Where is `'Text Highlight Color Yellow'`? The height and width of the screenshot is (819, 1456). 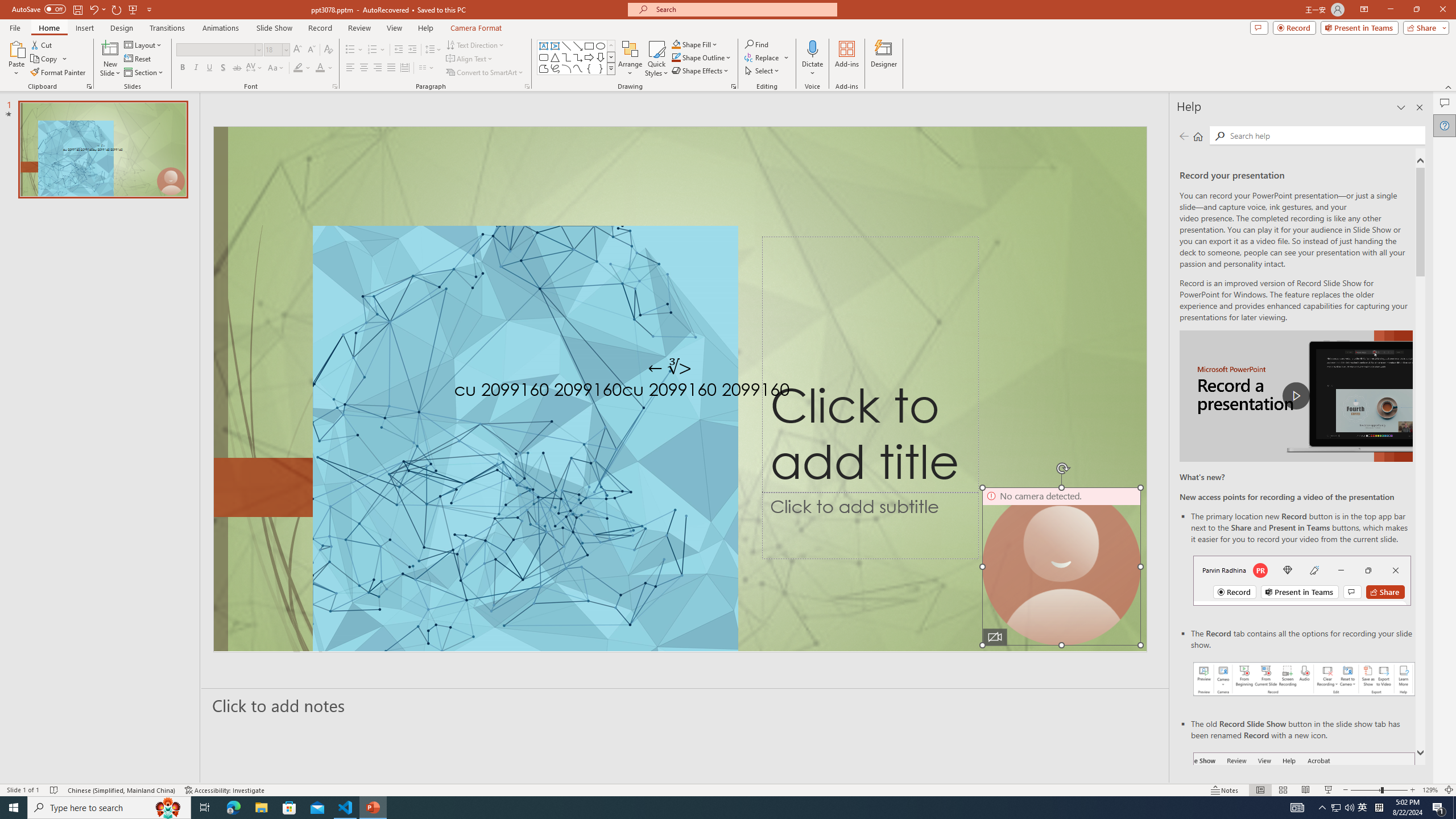
'Text Highlight Color Yellow' is located at coordinates (297, 67).